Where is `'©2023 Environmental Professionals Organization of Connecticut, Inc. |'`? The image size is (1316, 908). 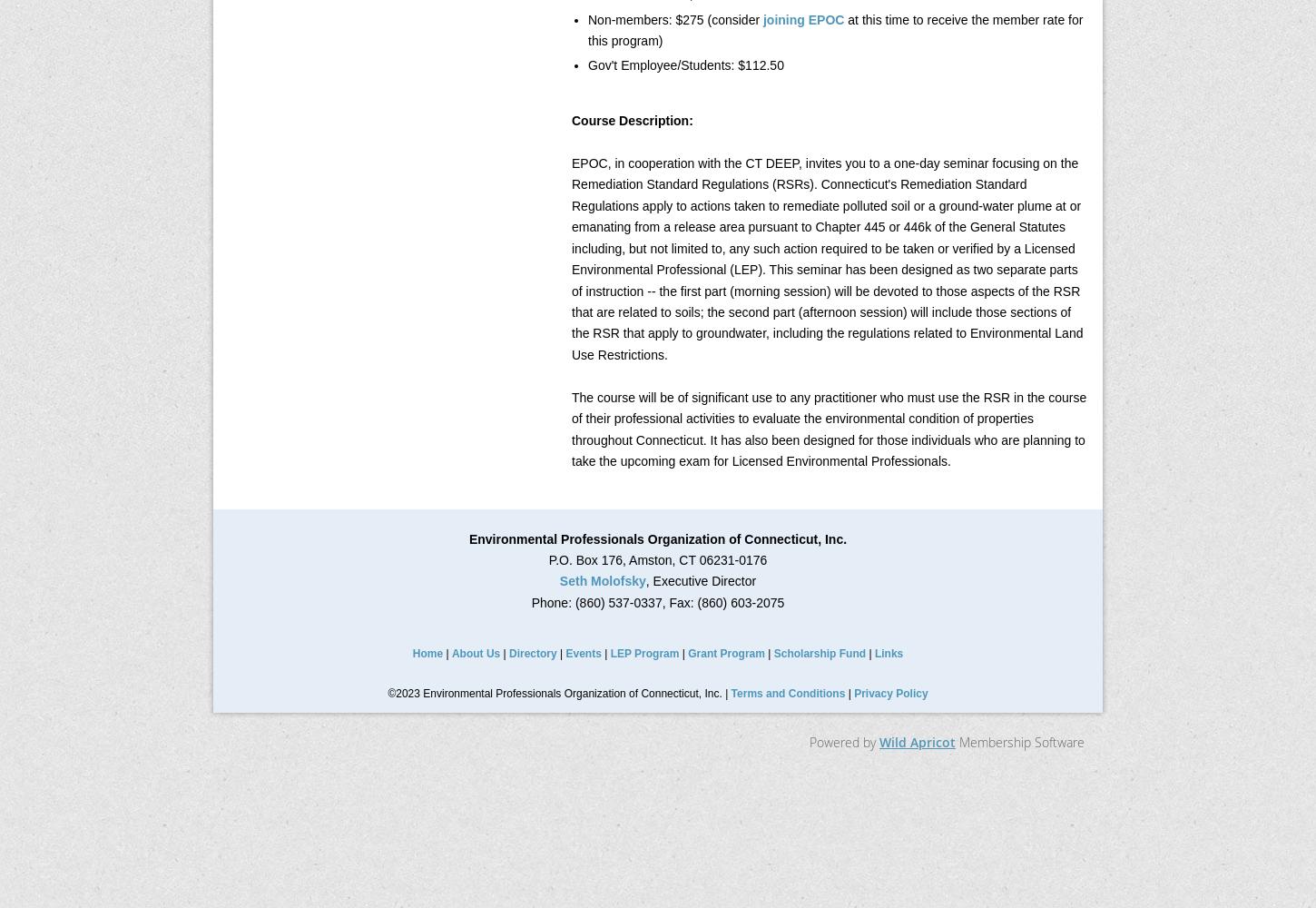
'©2023 Environmental Professionals Organization of Connecticut, Inc. |' is located at coordinates (557, 693).